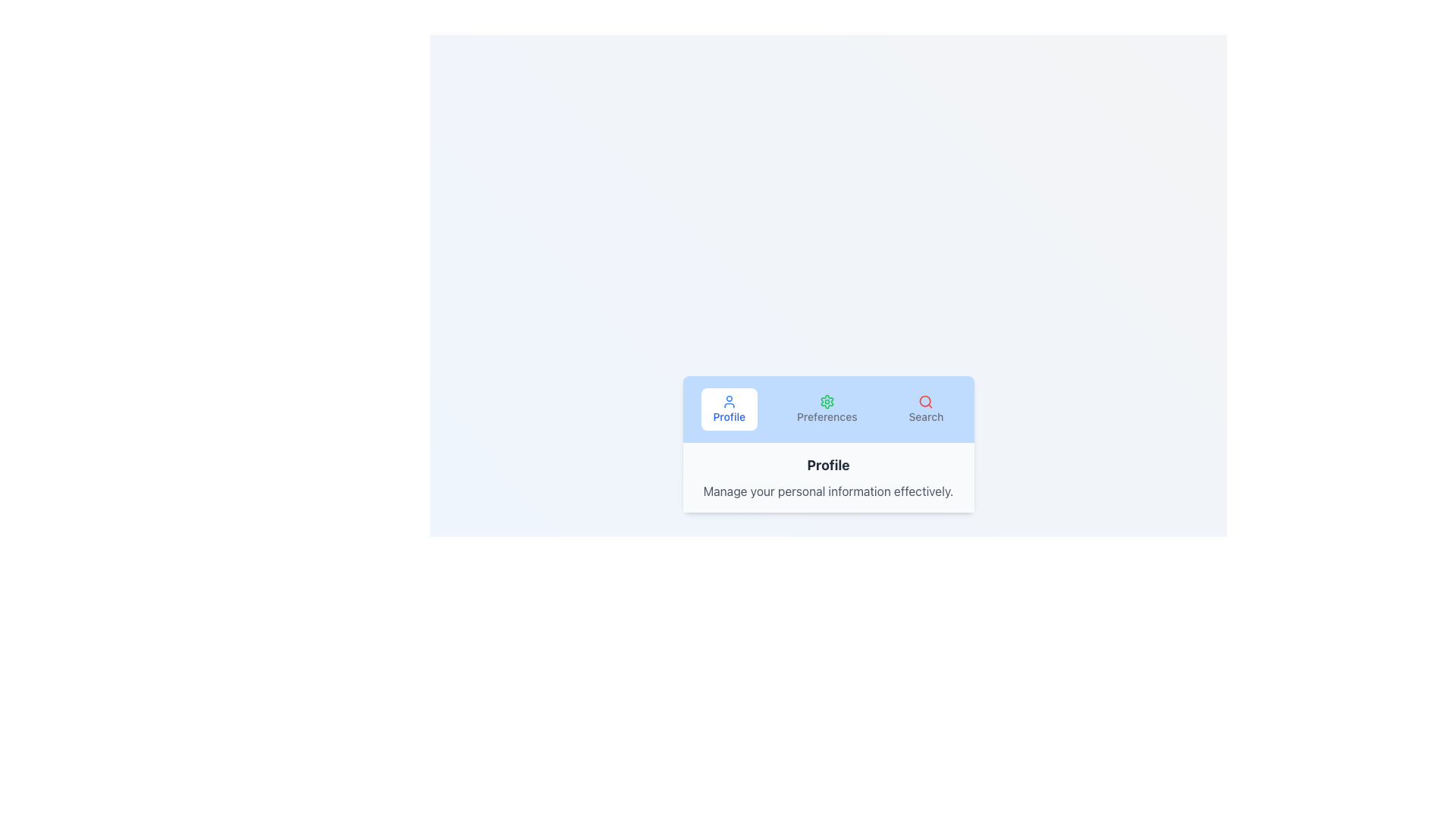  I want to click on the circular component of the 'search' icon located in the top-right corner of the card interface, so click(924, 400).